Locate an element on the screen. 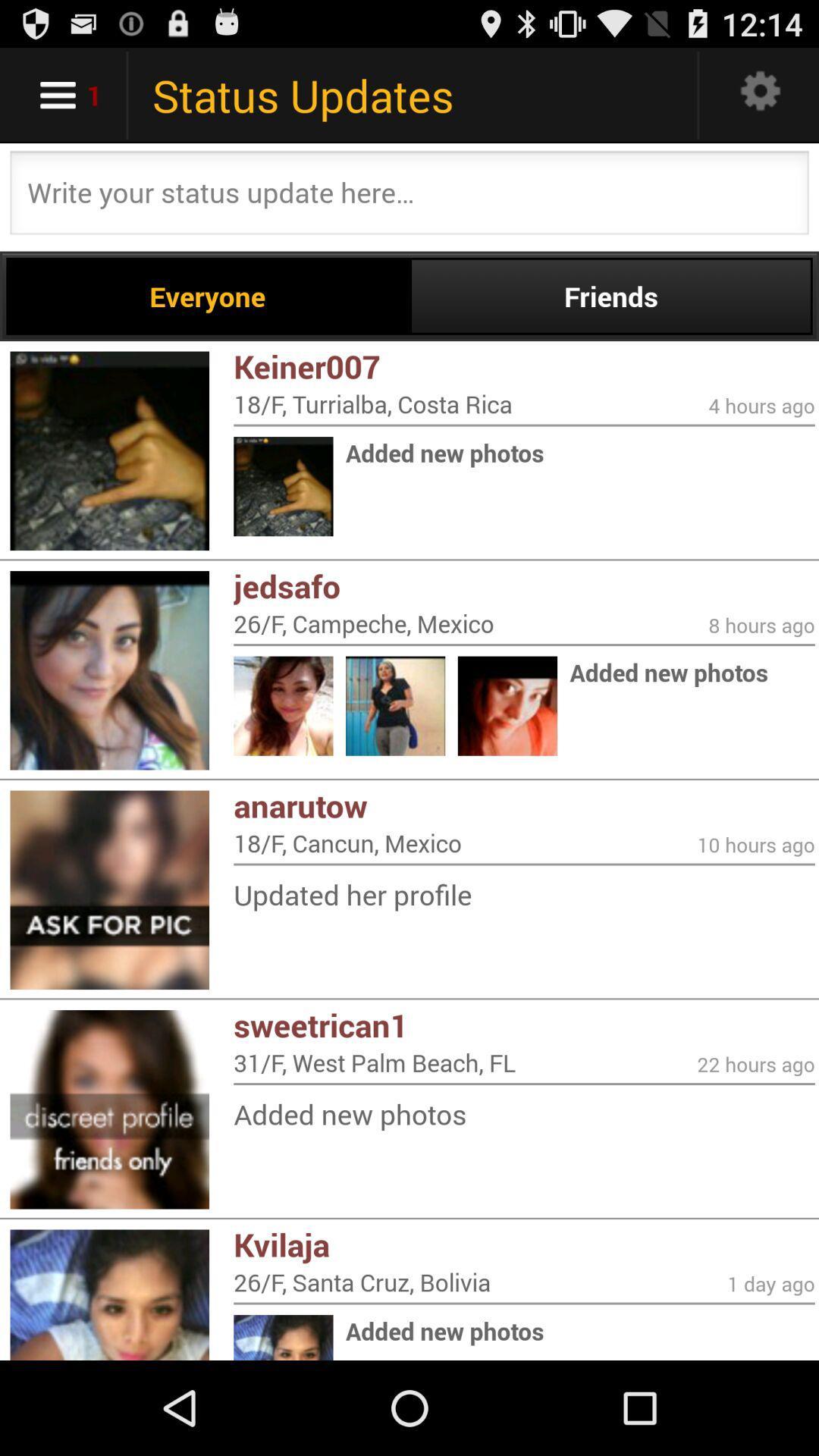  the everyone icon is located at coordinates (208, 296).